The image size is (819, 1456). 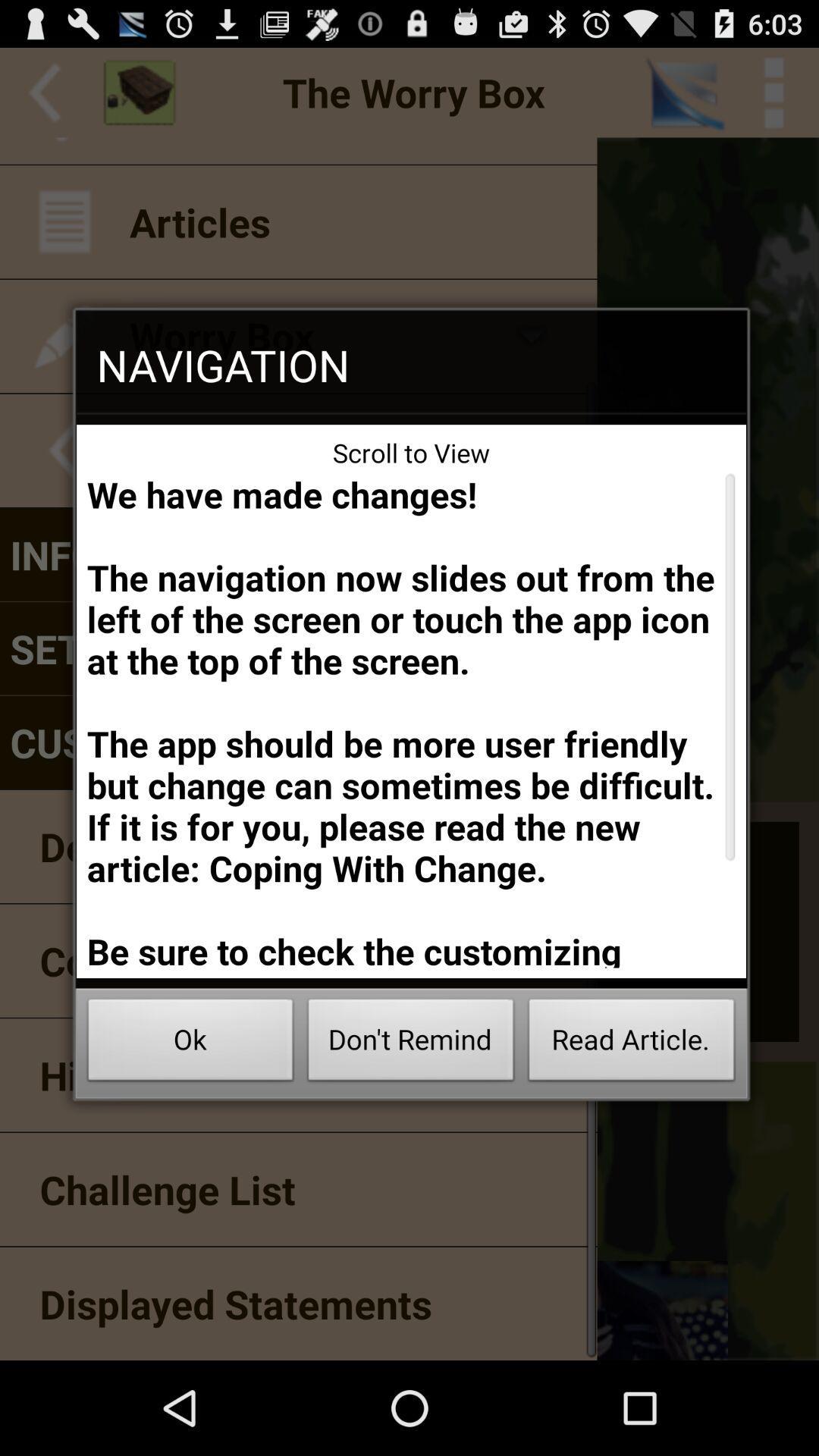 I want to click on the don't remind, so click(x=411, y=1043).